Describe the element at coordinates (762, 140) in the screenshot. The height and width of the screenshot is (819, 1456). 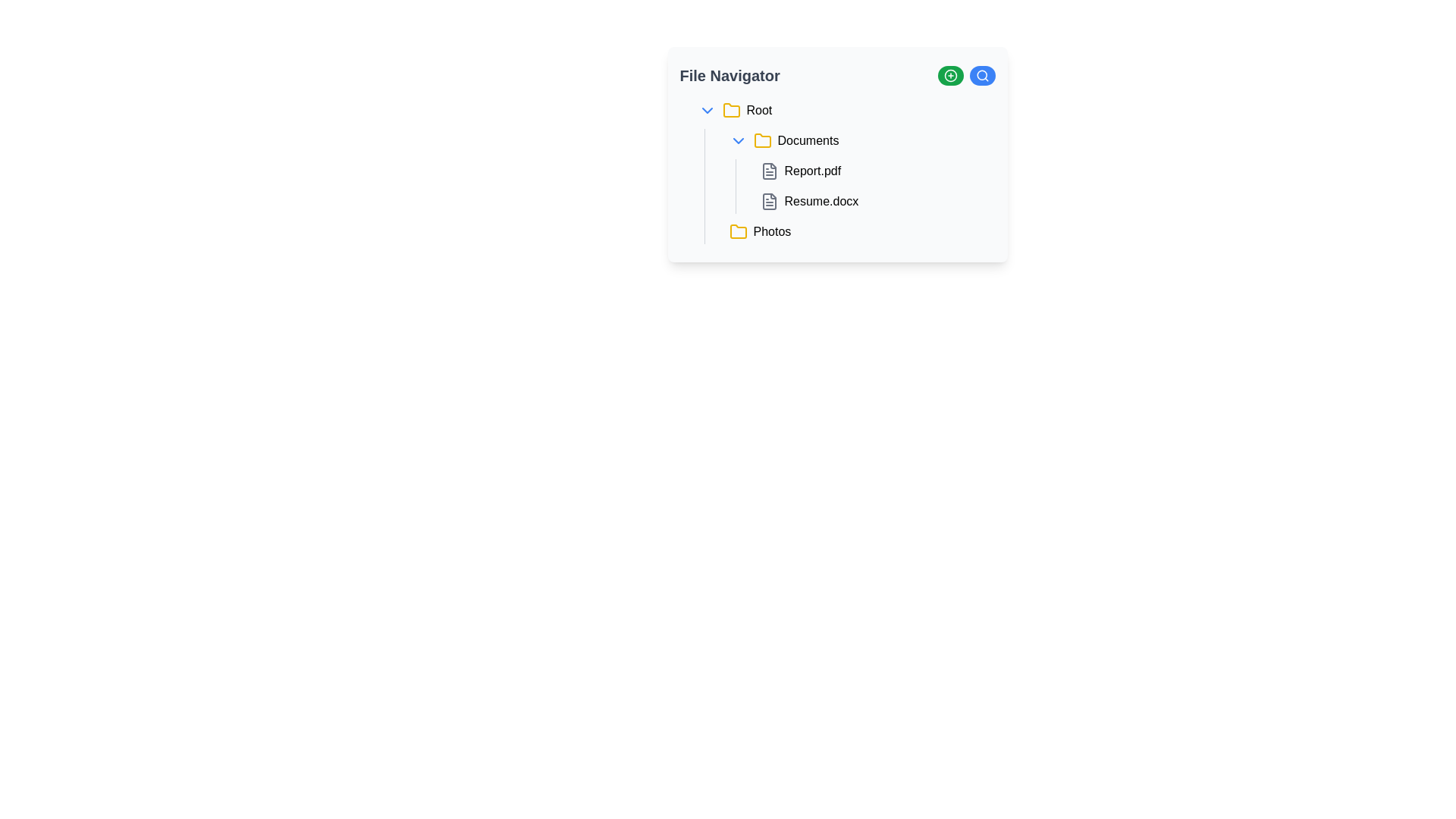
I see `the yellow folder icon located in the 'File Navigator' list, which is the second item from the left, next to the 'Documents' text` at that location.